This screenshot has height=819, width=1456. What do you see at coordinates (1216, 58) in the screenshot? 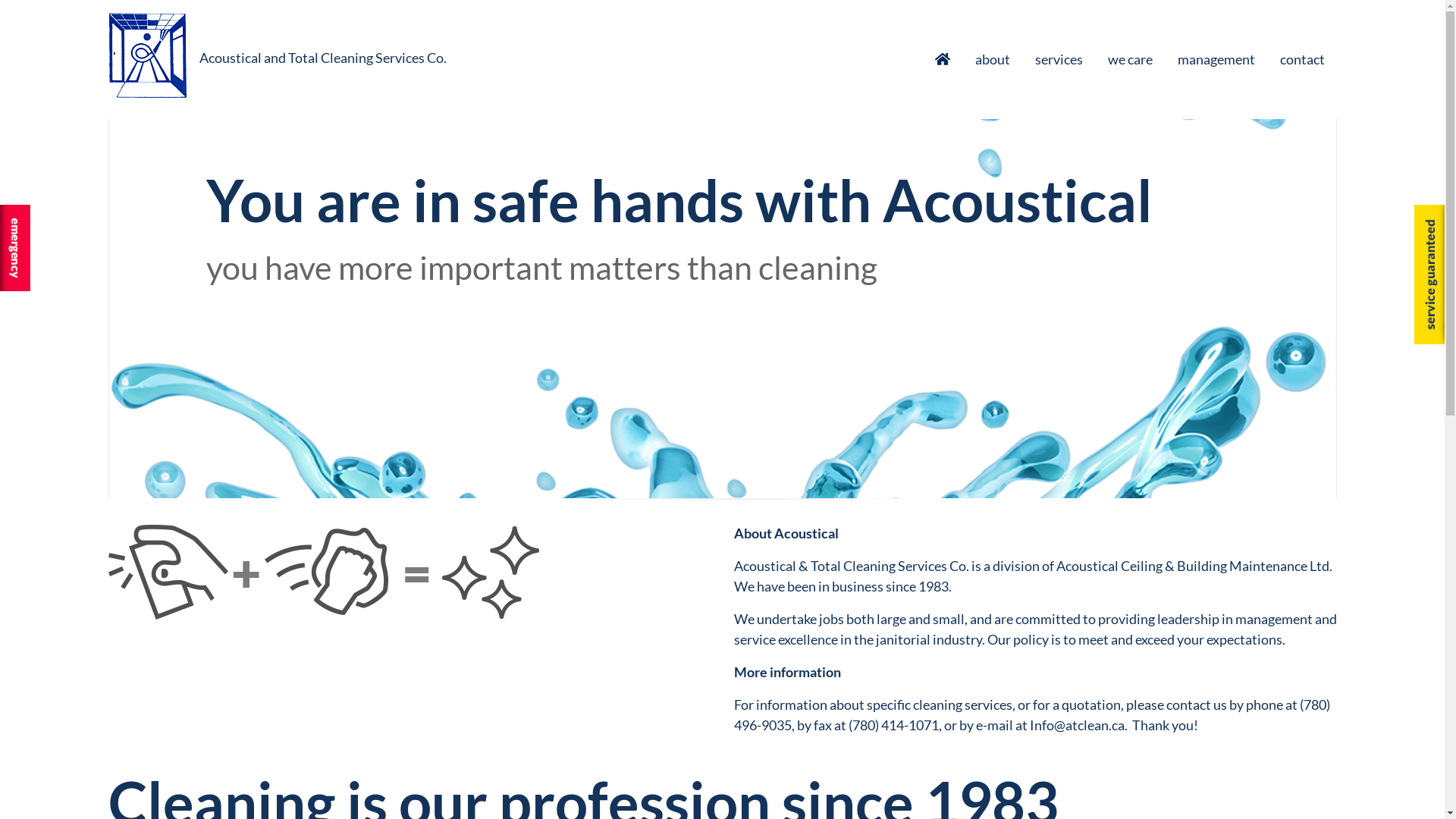
I see `'management'` at bounding box center [1216, 58].